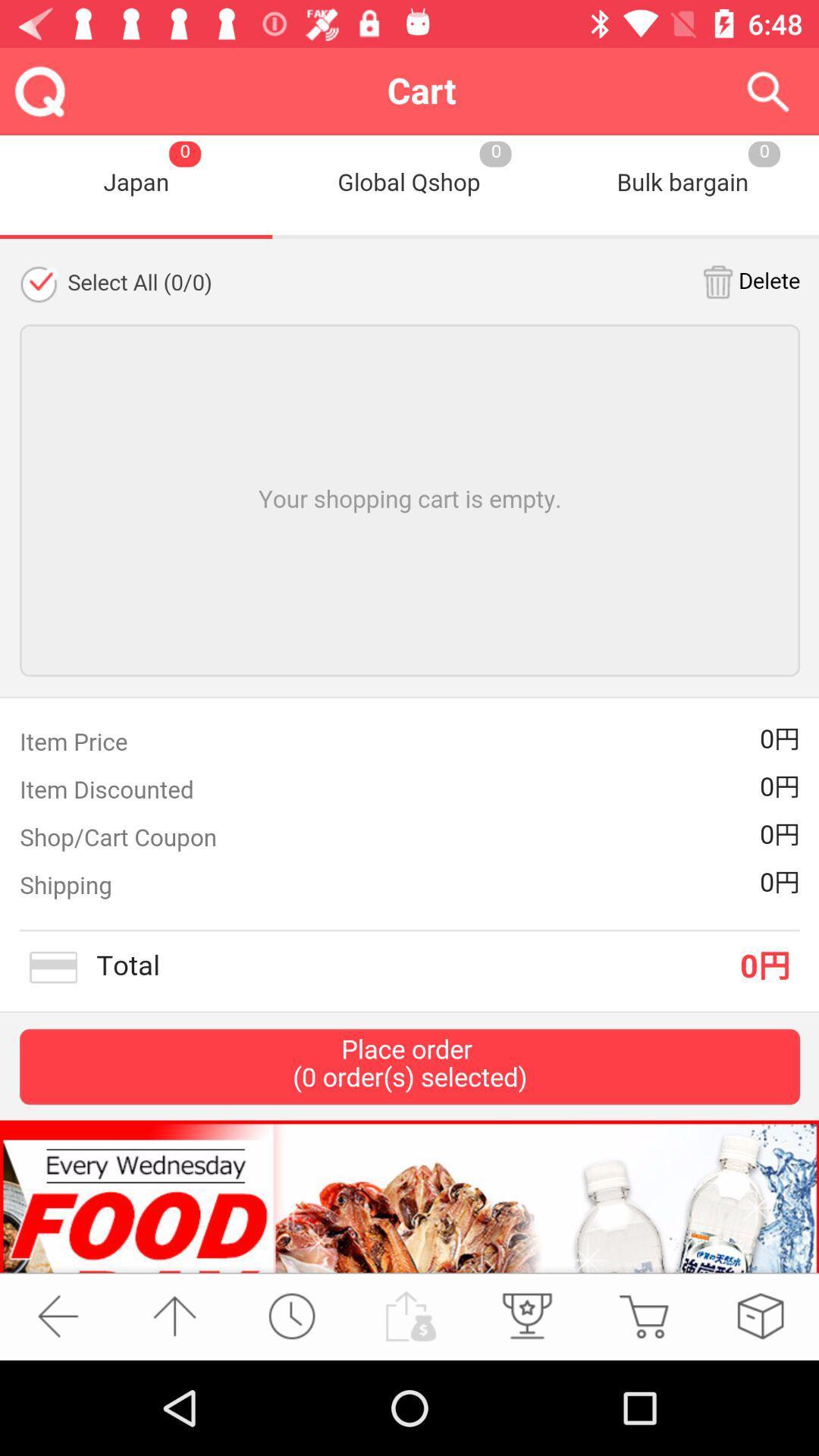 The image size is (819, 1456). I want to click on up, so click(174, 1315).